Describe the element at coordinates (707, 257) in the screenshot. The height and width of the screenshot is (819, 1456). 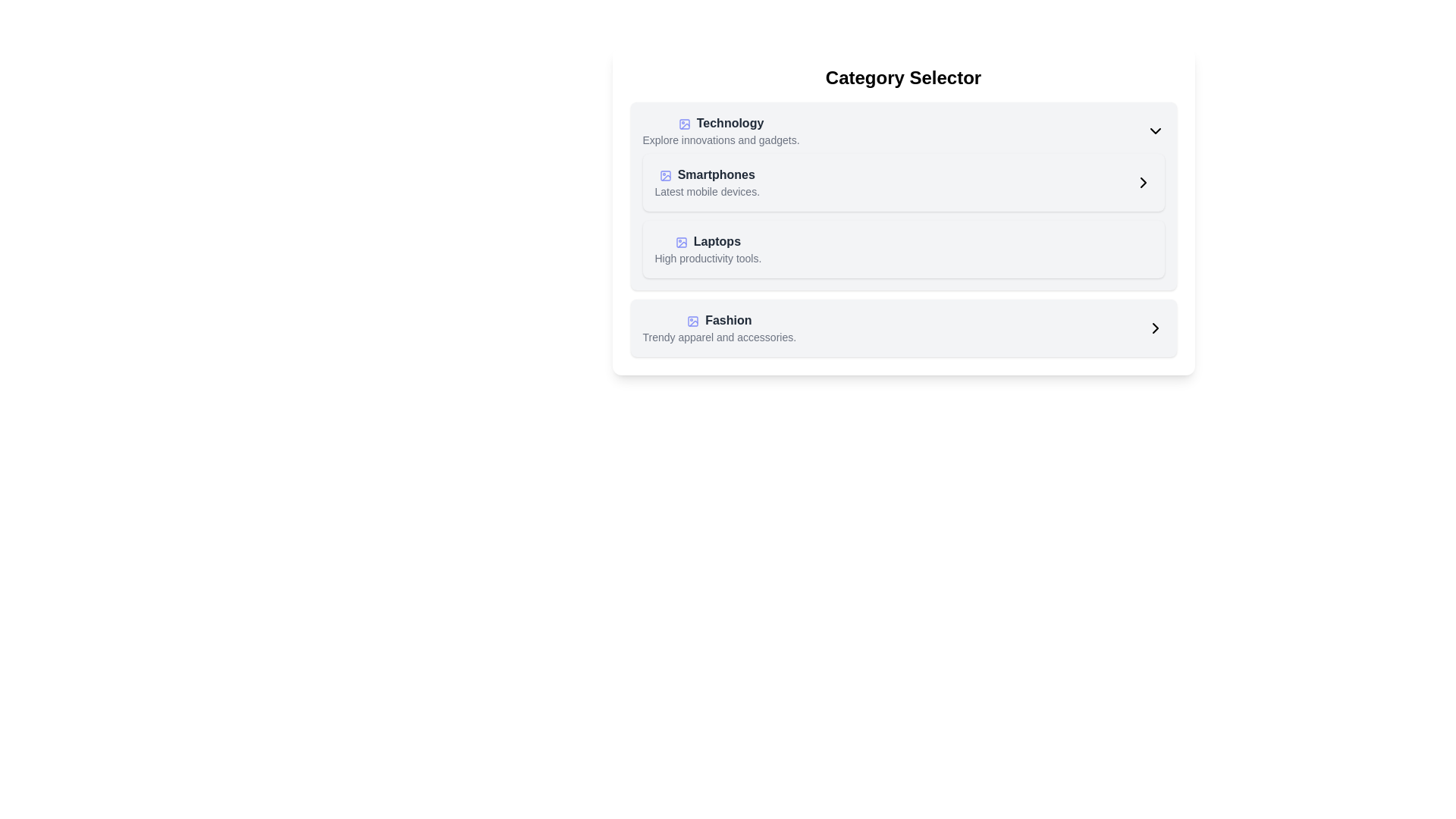
I see `the text label reading 'High productivity tools.' which is styled with a small gray font and positioned below the main text 'Laptops'` at that location.